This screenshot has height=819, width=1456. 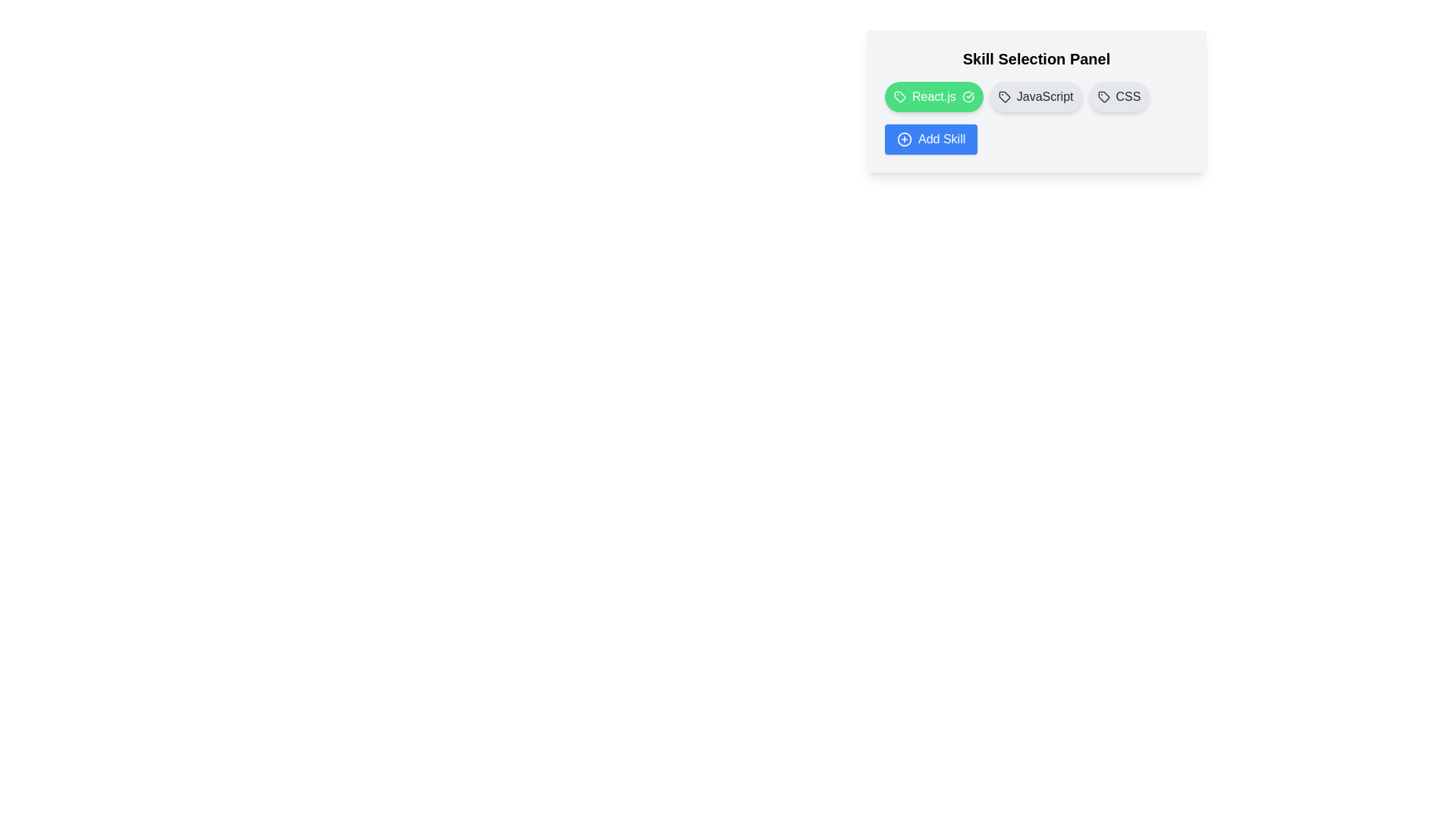 I want to click on the 'JavaScript' button that contains the tag icon with a round outline and dot inside, located in the skills selection panel, so click(x=1004, y=96).